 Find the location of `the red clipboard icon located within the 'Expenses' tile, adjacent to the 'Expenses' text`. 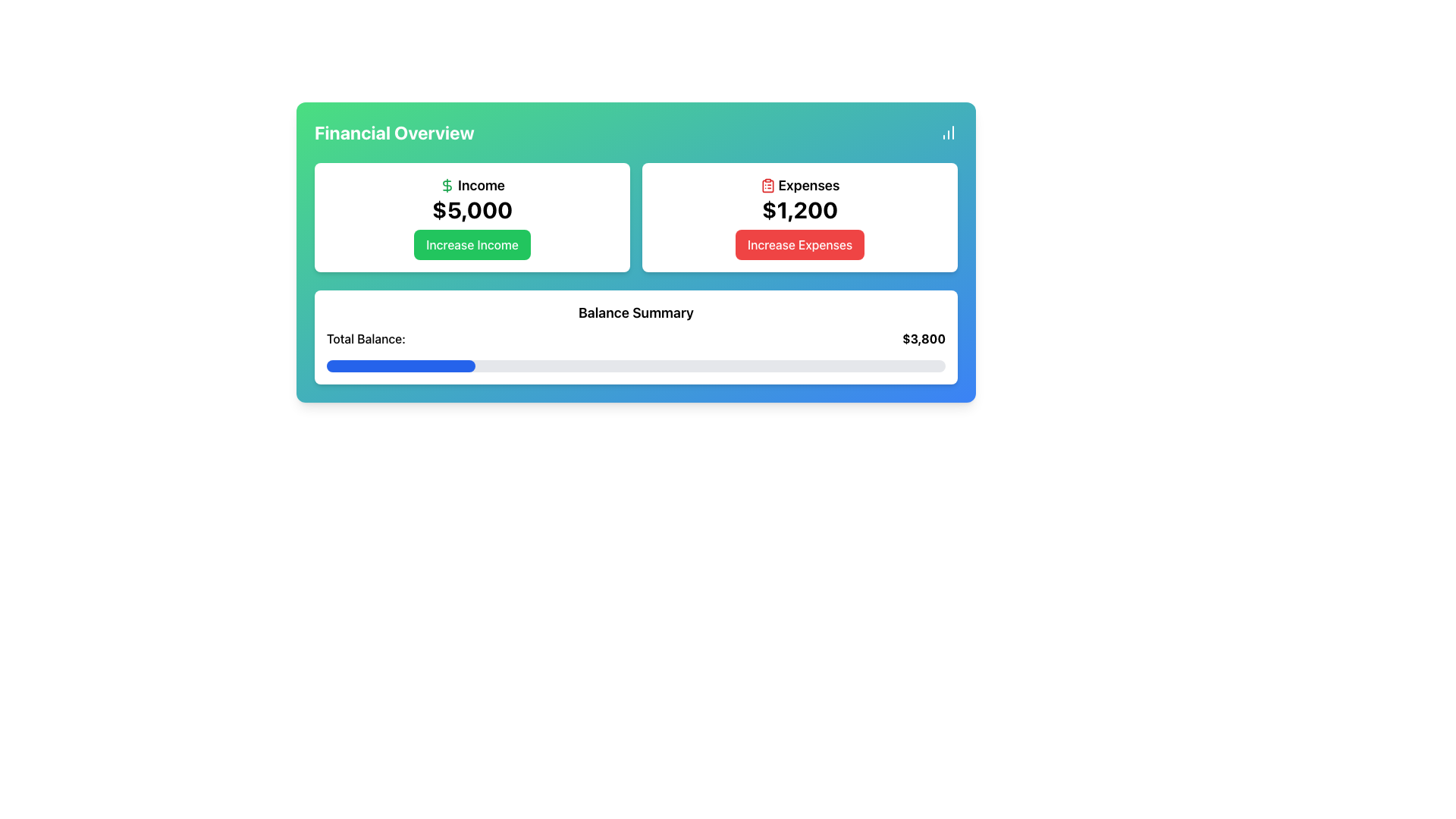

the red clipboard icon located within the 'Expenses' tile, adjacent to the 'Expenses' text is located at coordinates (767, 185).